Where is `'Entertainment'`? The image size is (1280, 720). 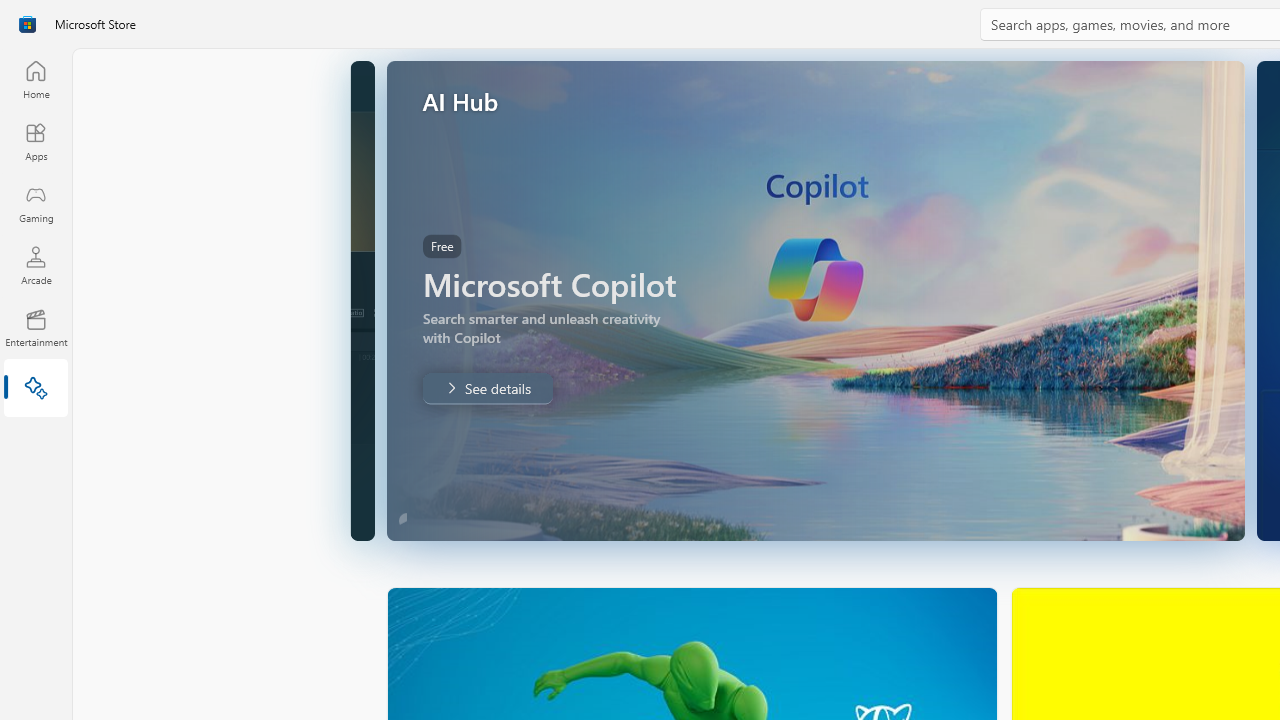 'Entertainment' is located at coordinates (35, 326).